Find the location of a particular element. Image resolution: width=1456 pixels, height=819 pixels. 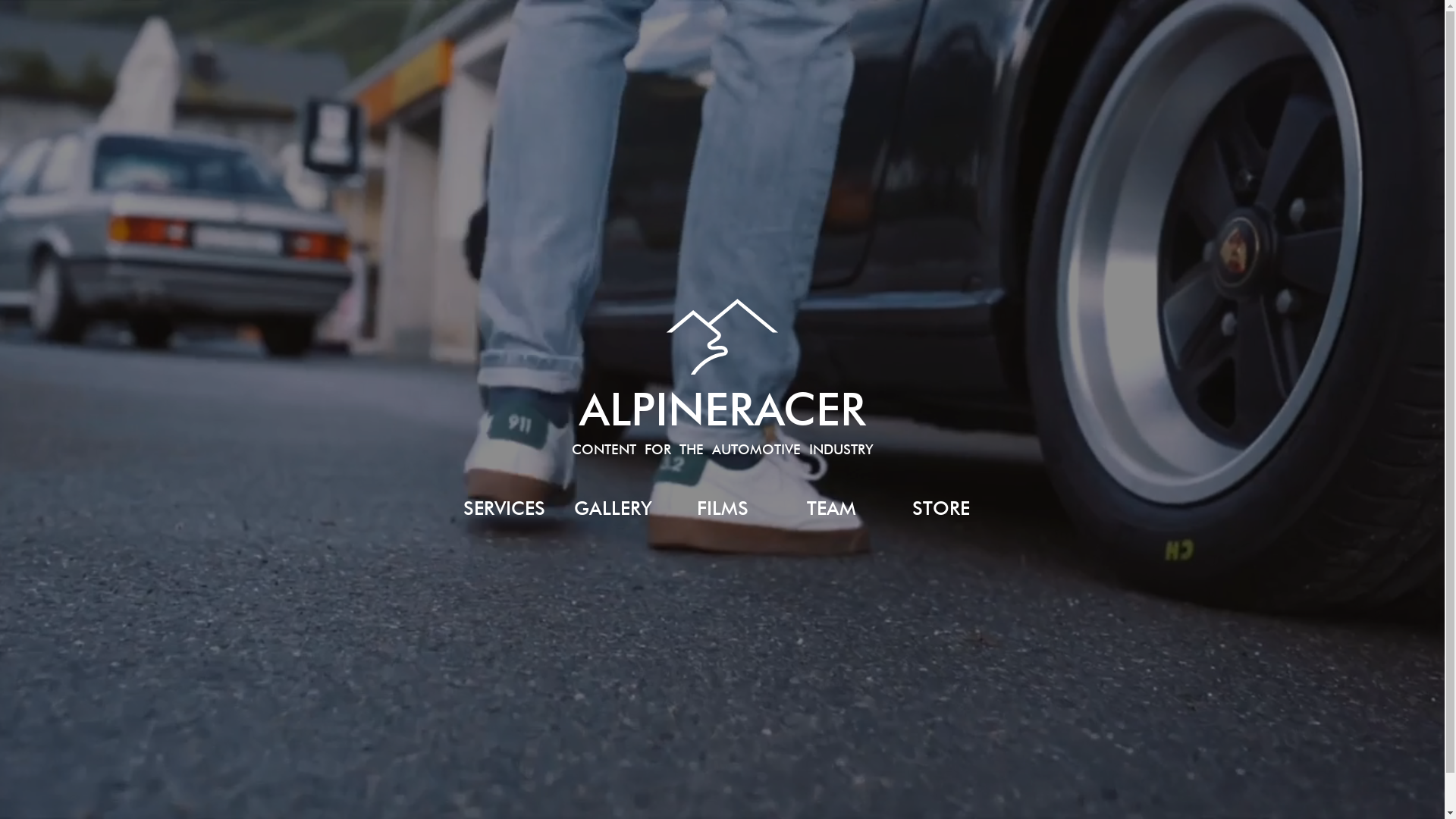

'SERVICES' is located at coordinates (503, 508).